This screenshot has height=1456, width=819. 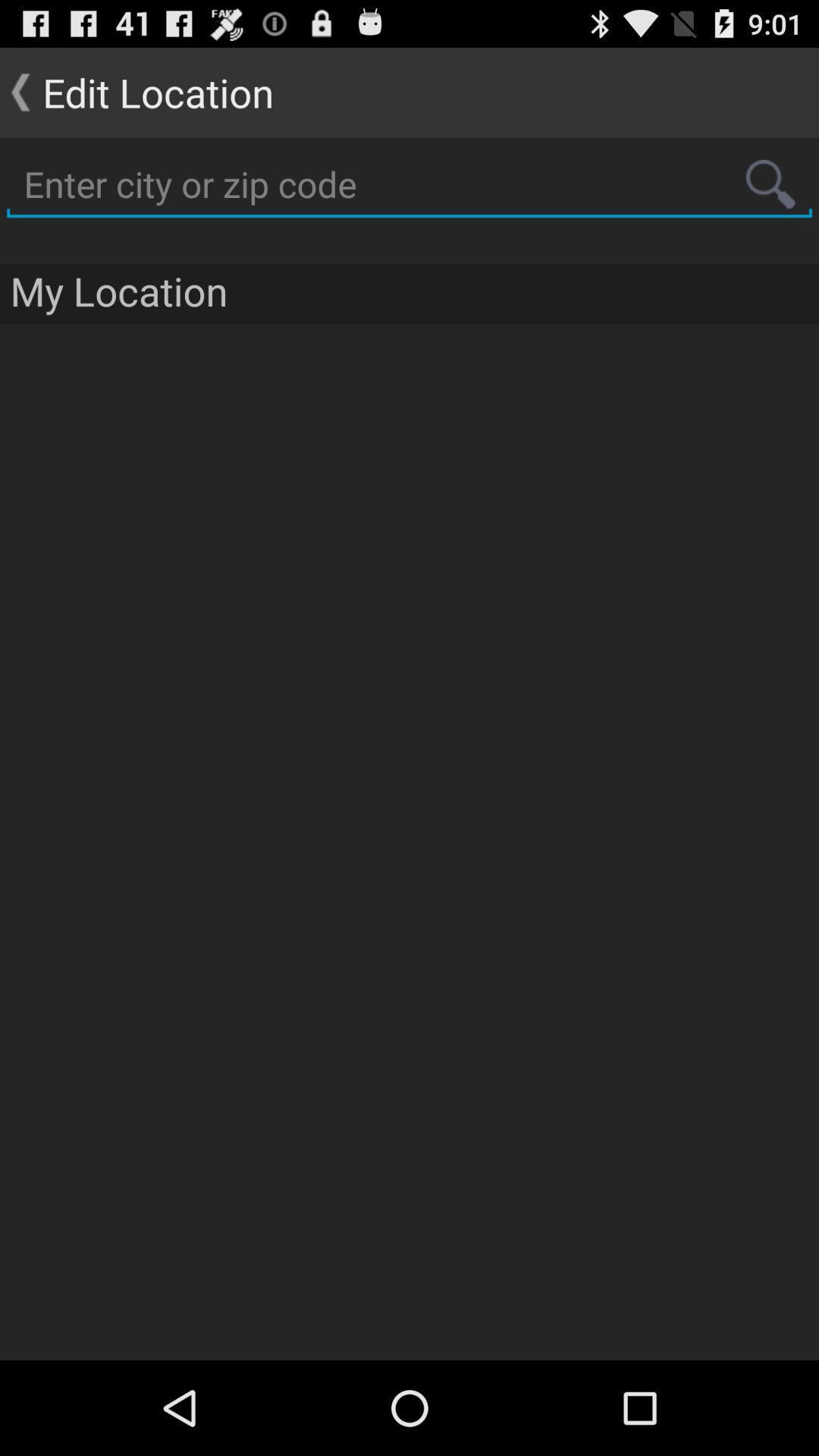 What do you see at coordinates (409, 184) in the screenshot?
I see `location box` at bounding box center [409, 184].